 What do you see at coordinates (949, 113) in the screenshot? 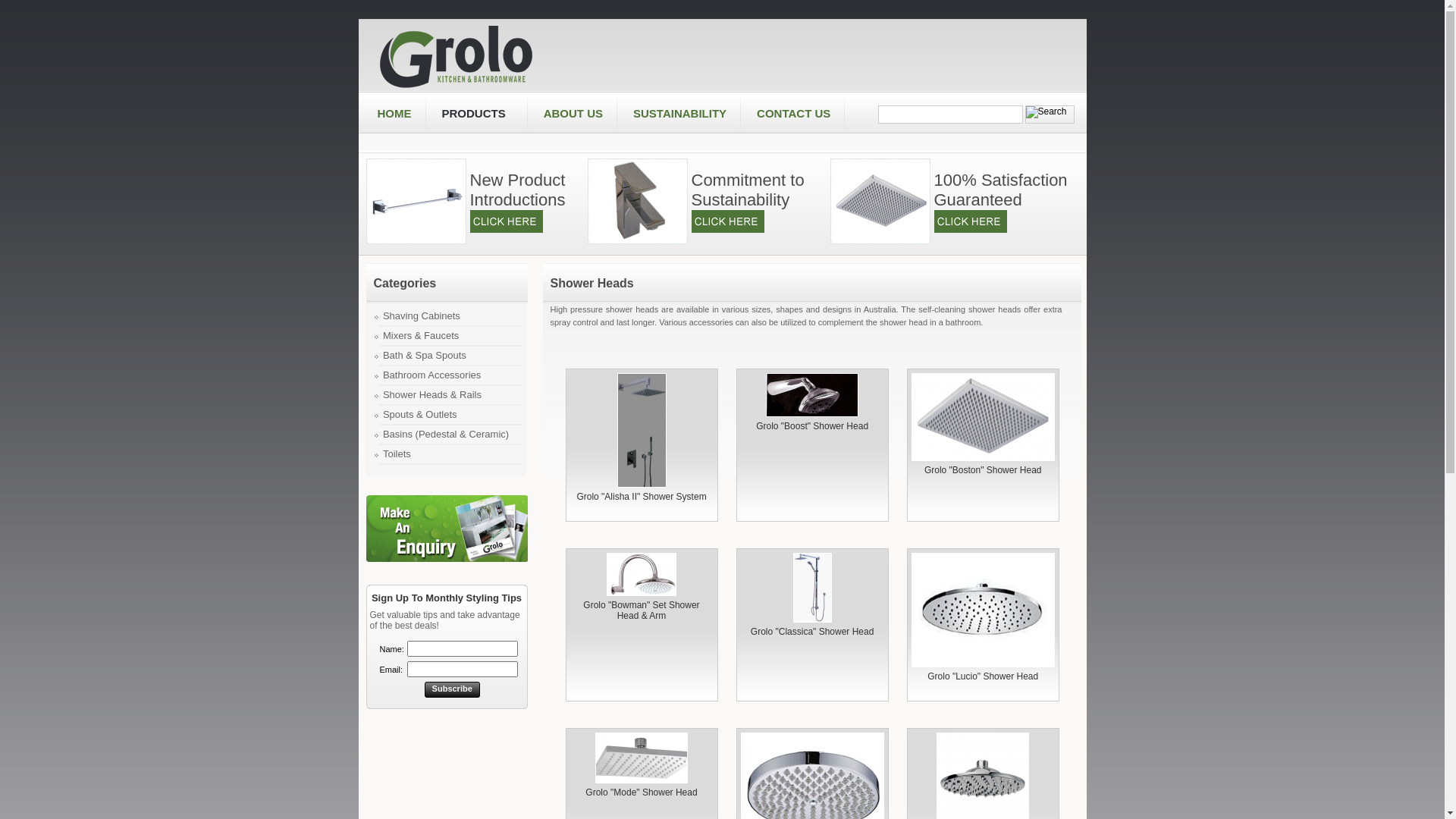
I see `'Search'` at bounding box center [949, 113].